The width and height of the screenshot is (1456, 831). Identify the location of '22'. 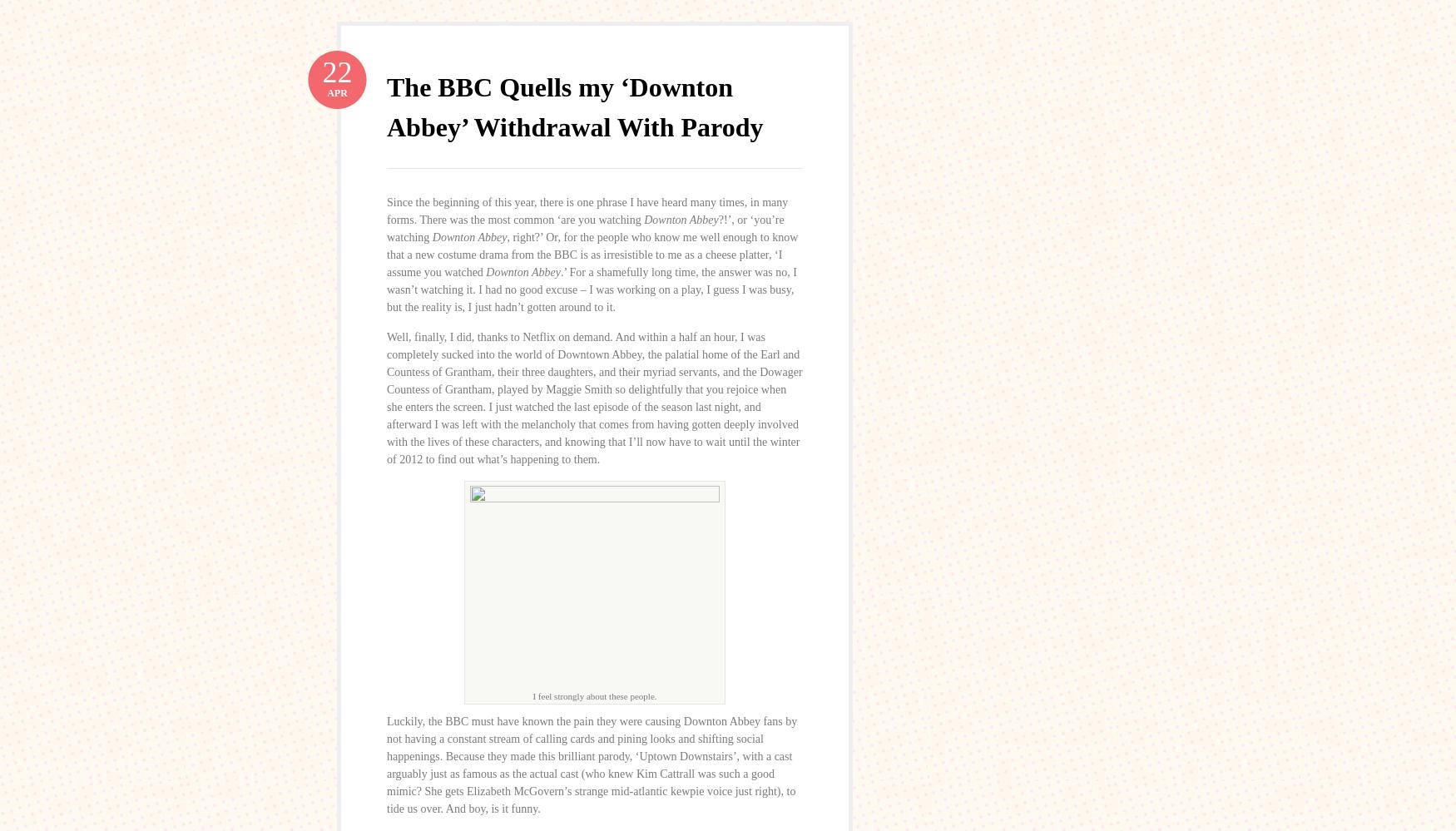
(335, 71).